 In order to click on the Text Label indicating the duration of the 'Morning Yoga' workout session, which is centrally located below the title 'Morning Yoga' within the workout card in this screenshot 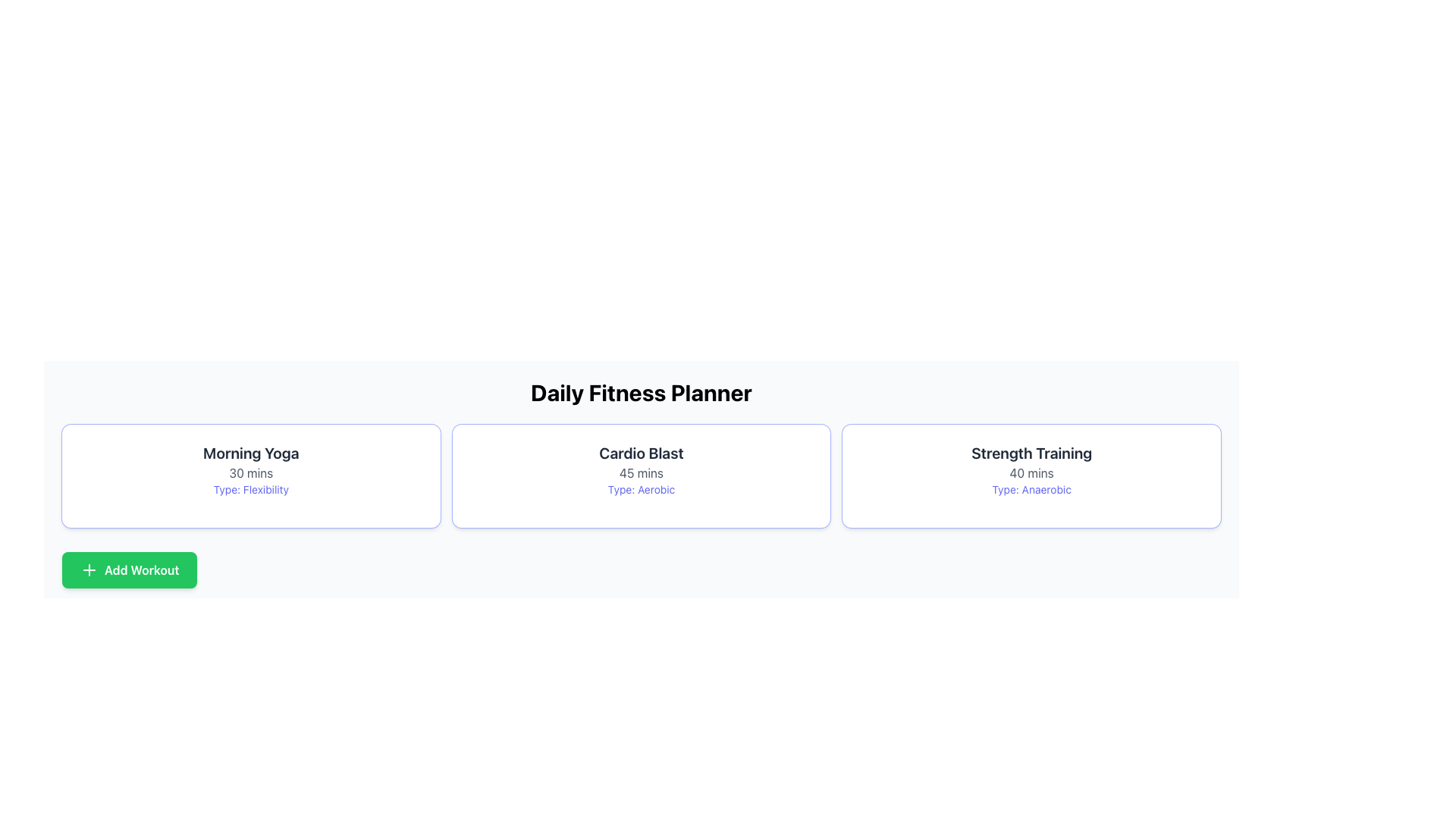, I will do `click(251, 472)`.